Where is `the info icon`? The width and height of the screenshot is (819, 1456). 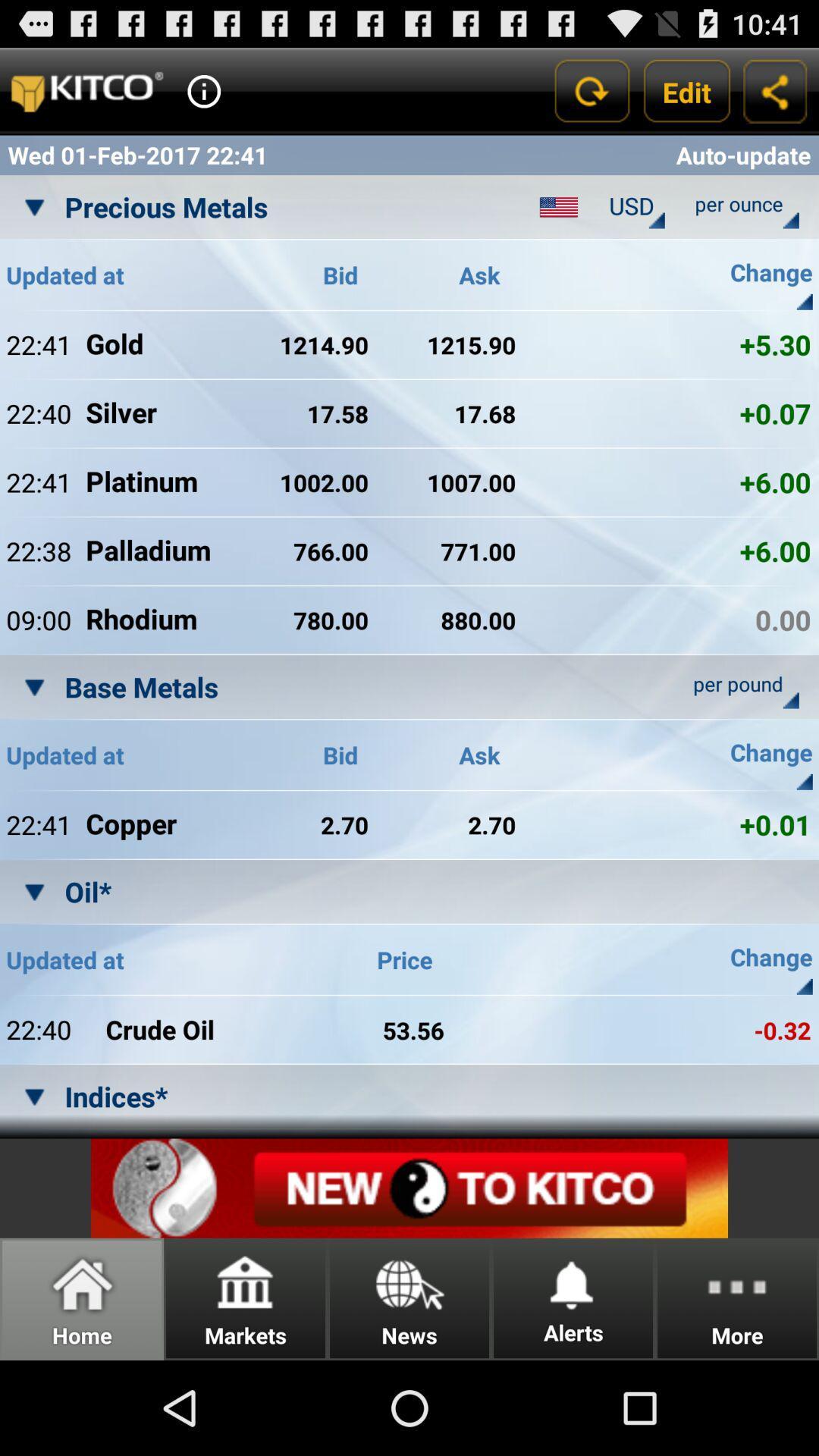
the info icon is located at coordinates (203, 97).